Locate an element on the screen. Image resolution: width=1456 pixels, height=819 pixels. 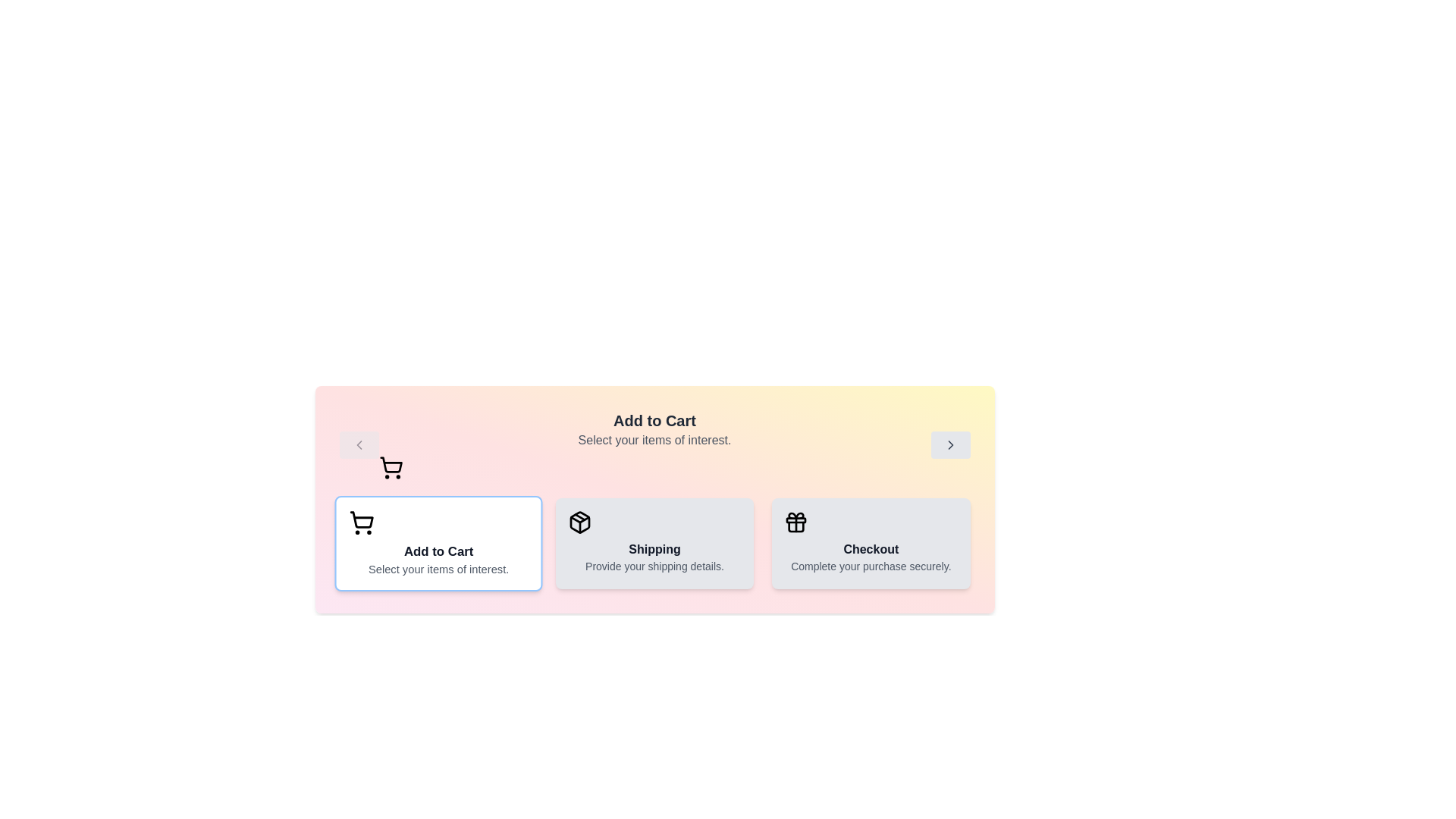
the black outlined package icon within the 'Shipping' card, which is styled in a minimalistic design and located in the second card from the left is located at coordinates (579, 522).